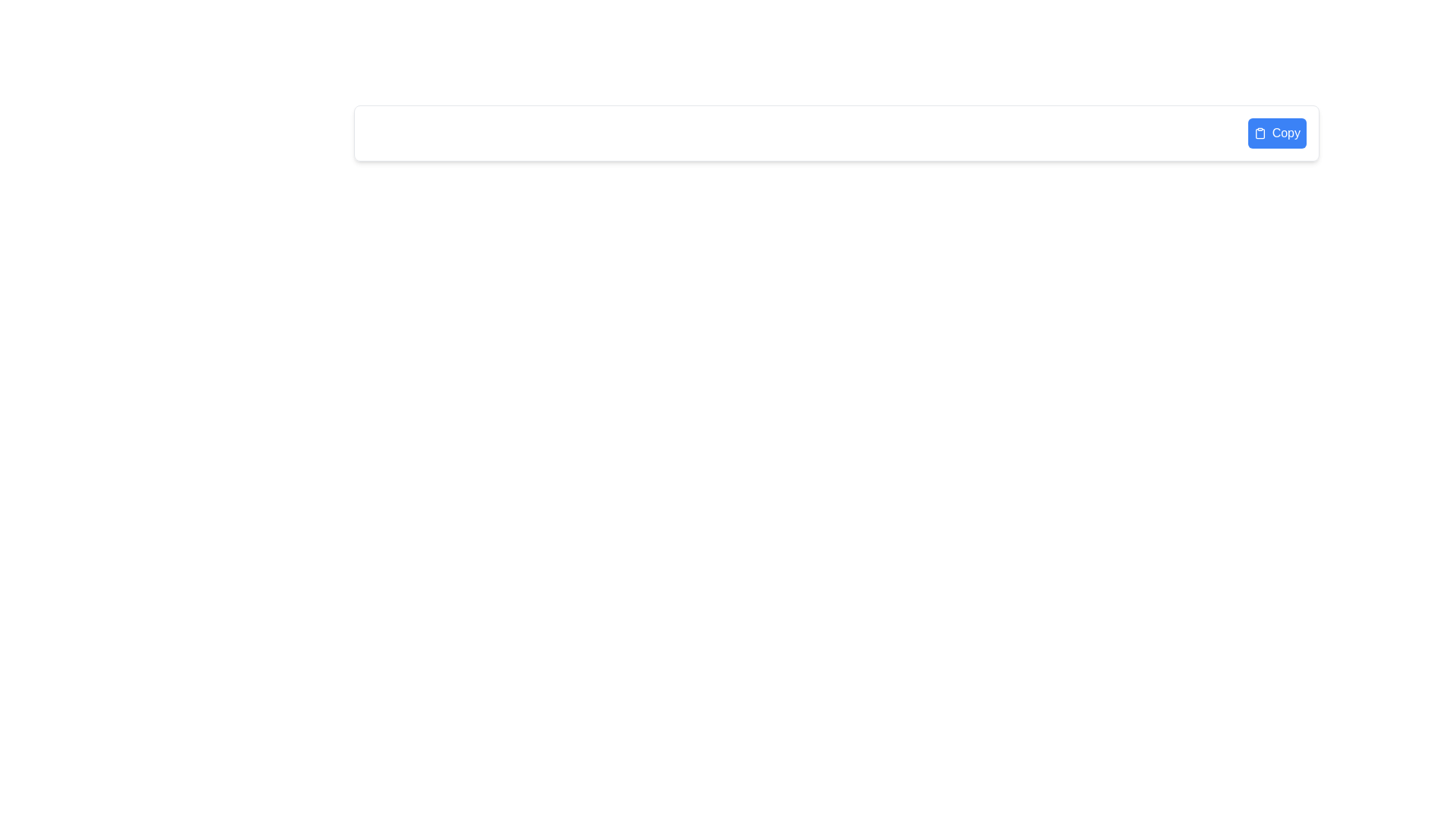 This screenshot has height=819, width=1456. Describe the element at coordinates (1276, 133) in the screenshot. I see `the blue button labeled 'Copy' with a clipboard icon to copy content` at that location.